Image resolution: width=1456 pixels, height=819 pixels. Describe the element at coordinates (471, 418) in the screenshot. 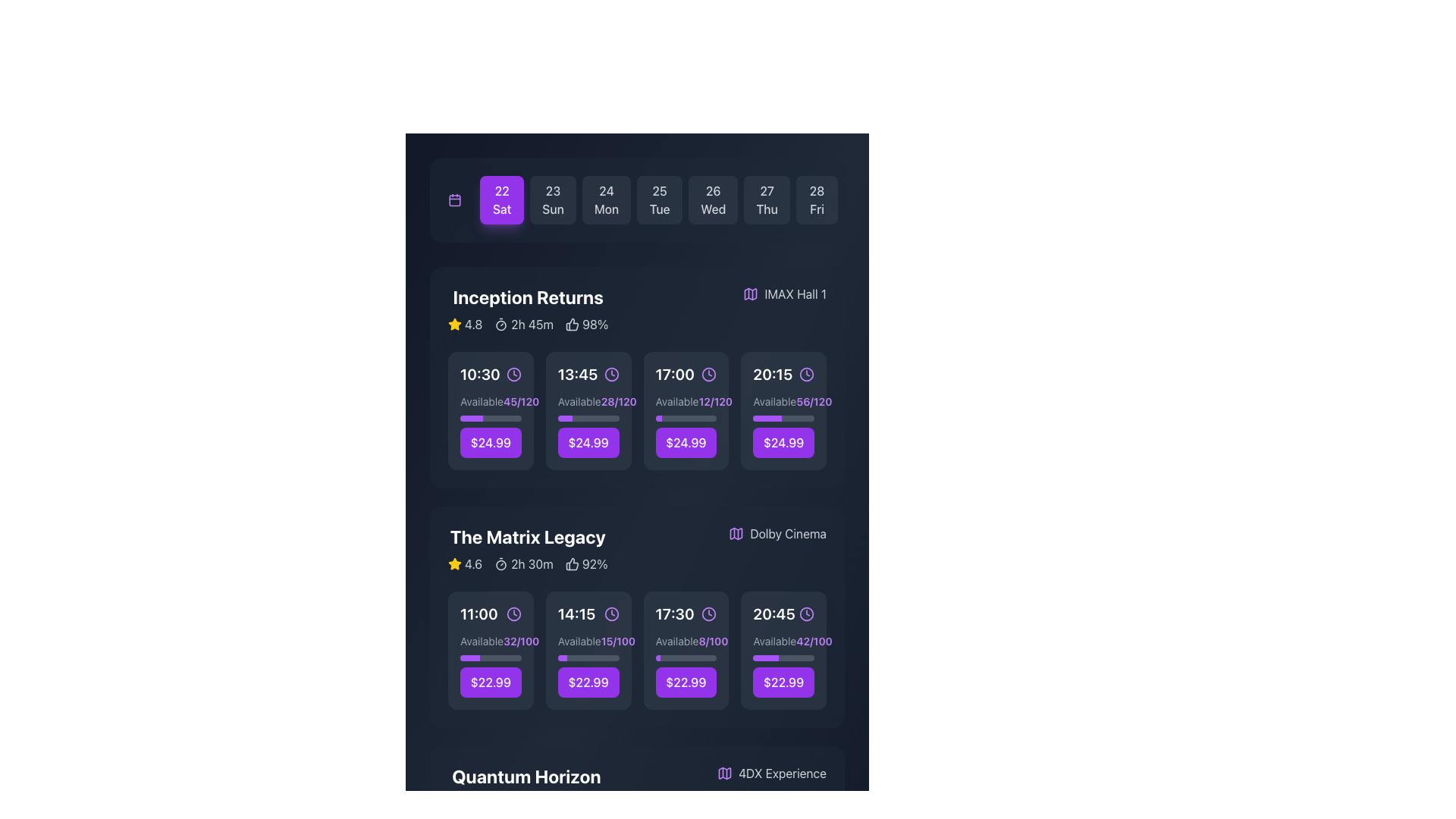

I see `the first progress bar segment located beneath the 'Available: 45/120' label associated with the '10:30' time slot in the 'Inception Returns' movie section` at that location.